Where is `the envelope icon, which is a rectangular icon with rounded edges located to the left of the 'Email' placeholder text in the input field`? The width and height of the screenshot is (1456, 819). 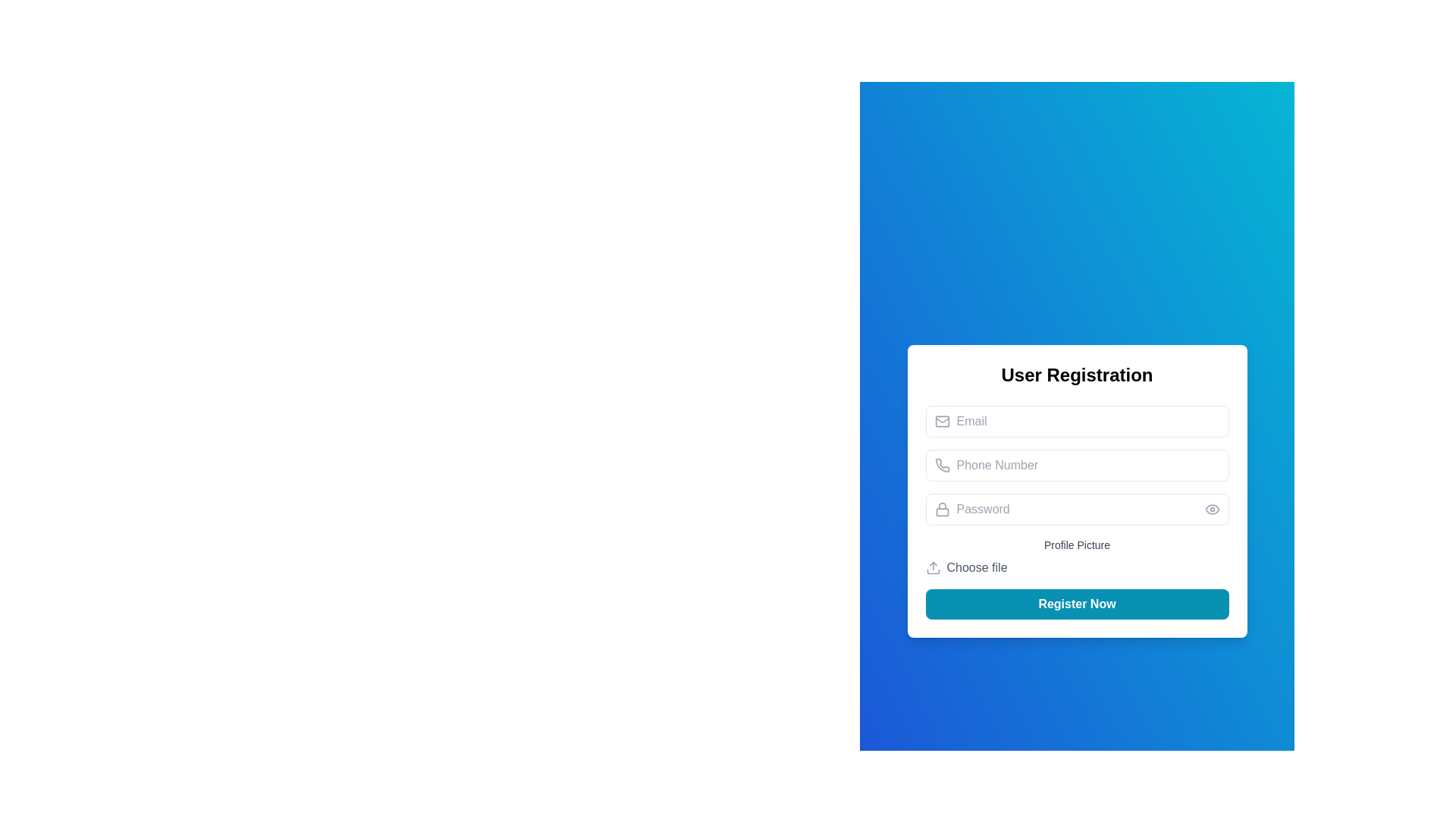
the envelope icon, which is a rectangular icon with rounded edges located to the left of the 'Email' placeholder text in the input field is located at coordinates (941, 421).